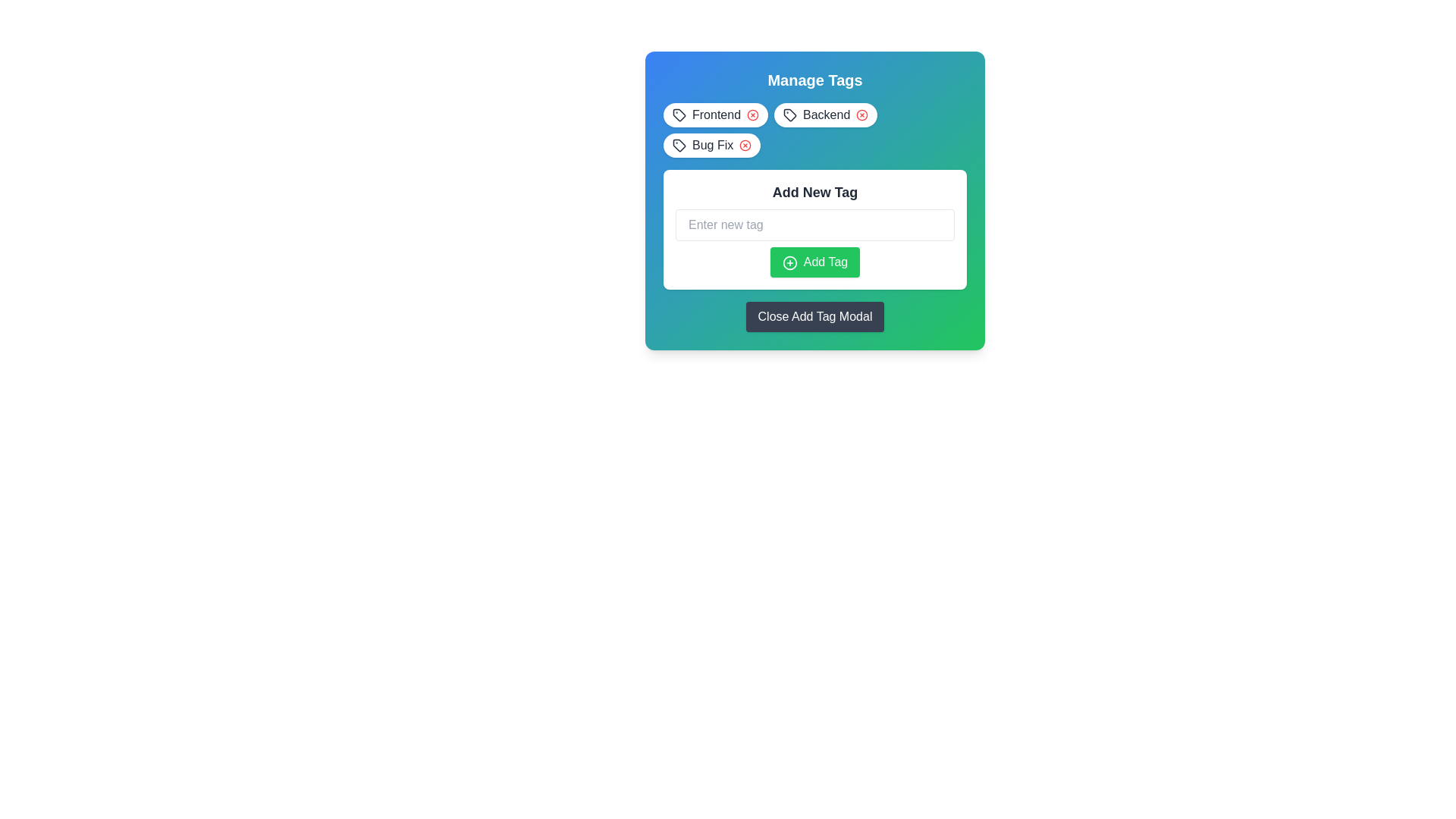 The width and height of the screenshot is (1456, 819). I want to click on the tag icon located to the left of the 'Backend' text label, which is presented in a rounded white background within the 'Manage Tags' card, so click(789, 114).